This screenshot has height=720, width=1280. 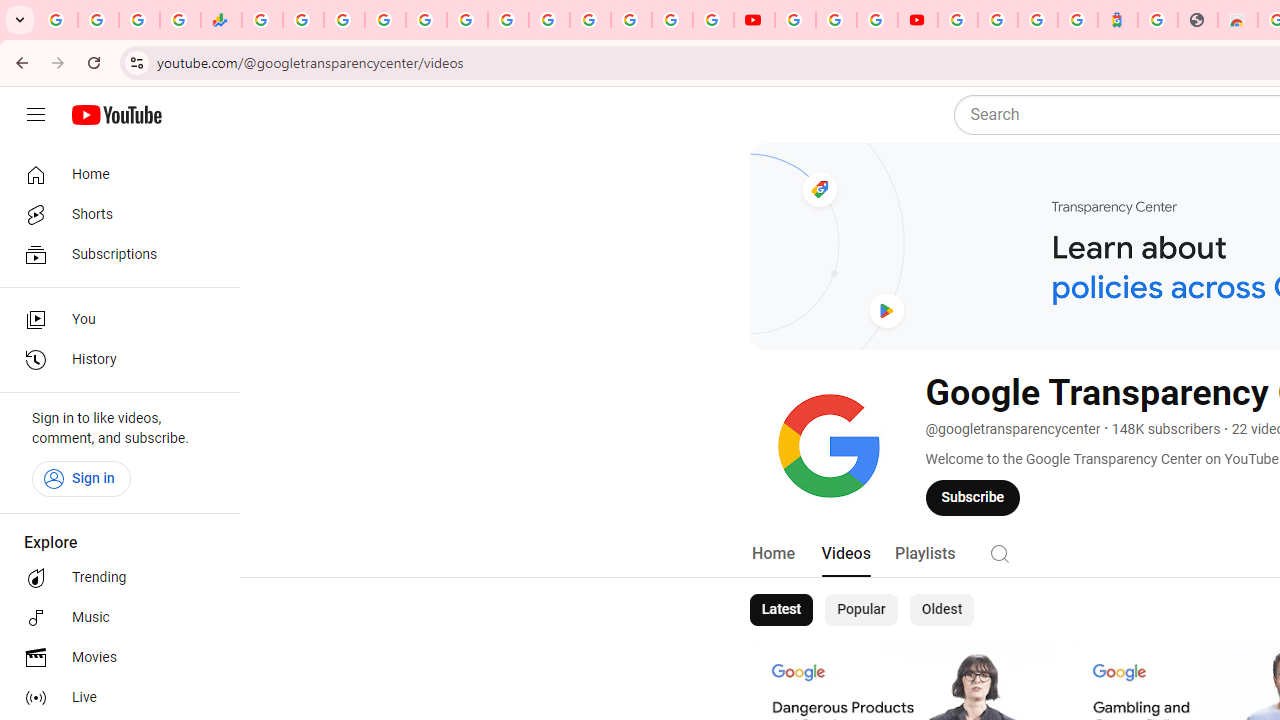 I want to click on 'Google Workspace Admin Community', so click(x=57, y=20).